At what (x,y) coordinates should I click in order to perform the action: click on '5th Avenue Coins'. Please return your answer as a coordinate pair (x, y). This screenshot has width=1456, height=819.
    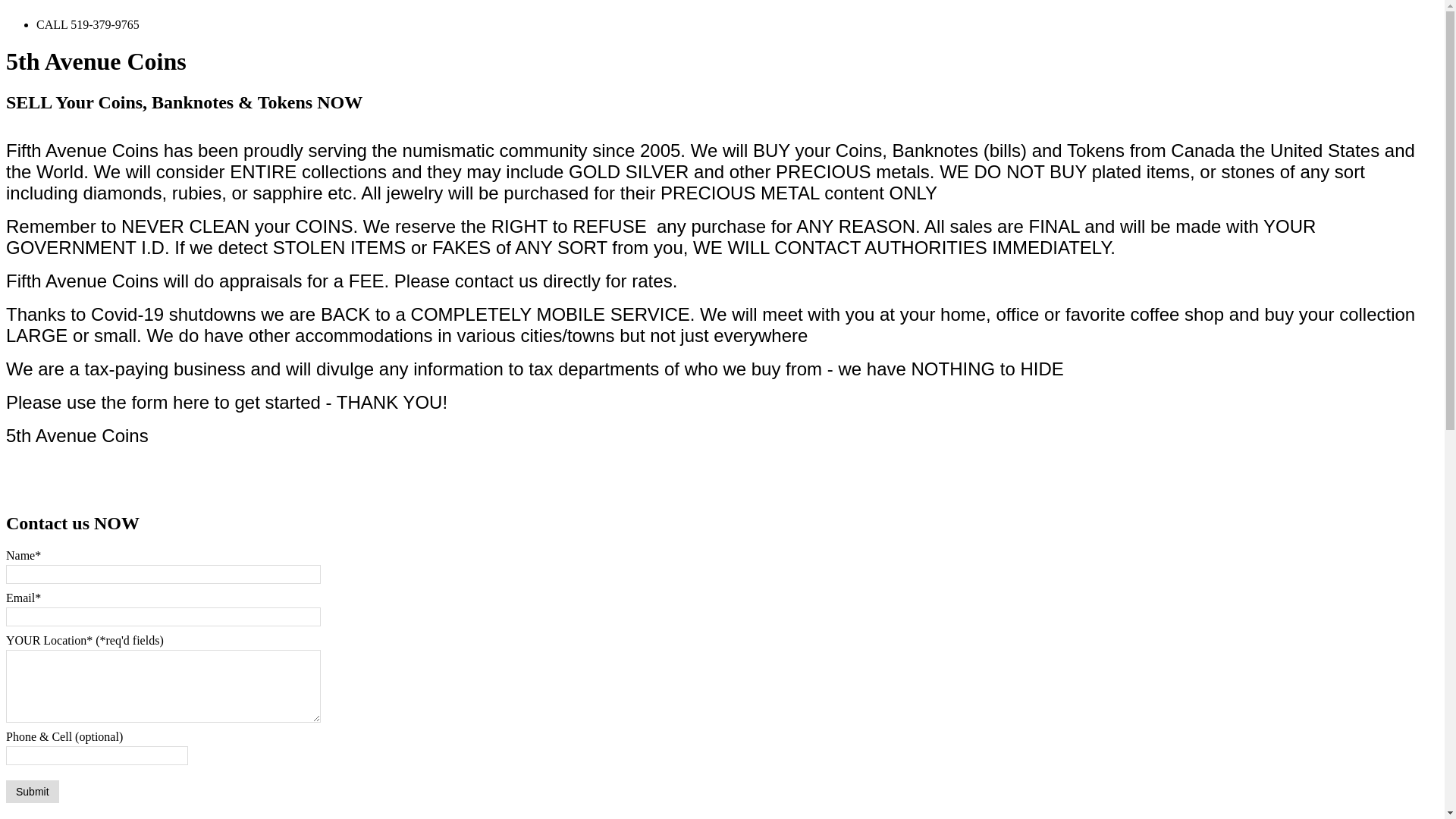
    Looking at the image, I should click on (95, 61).